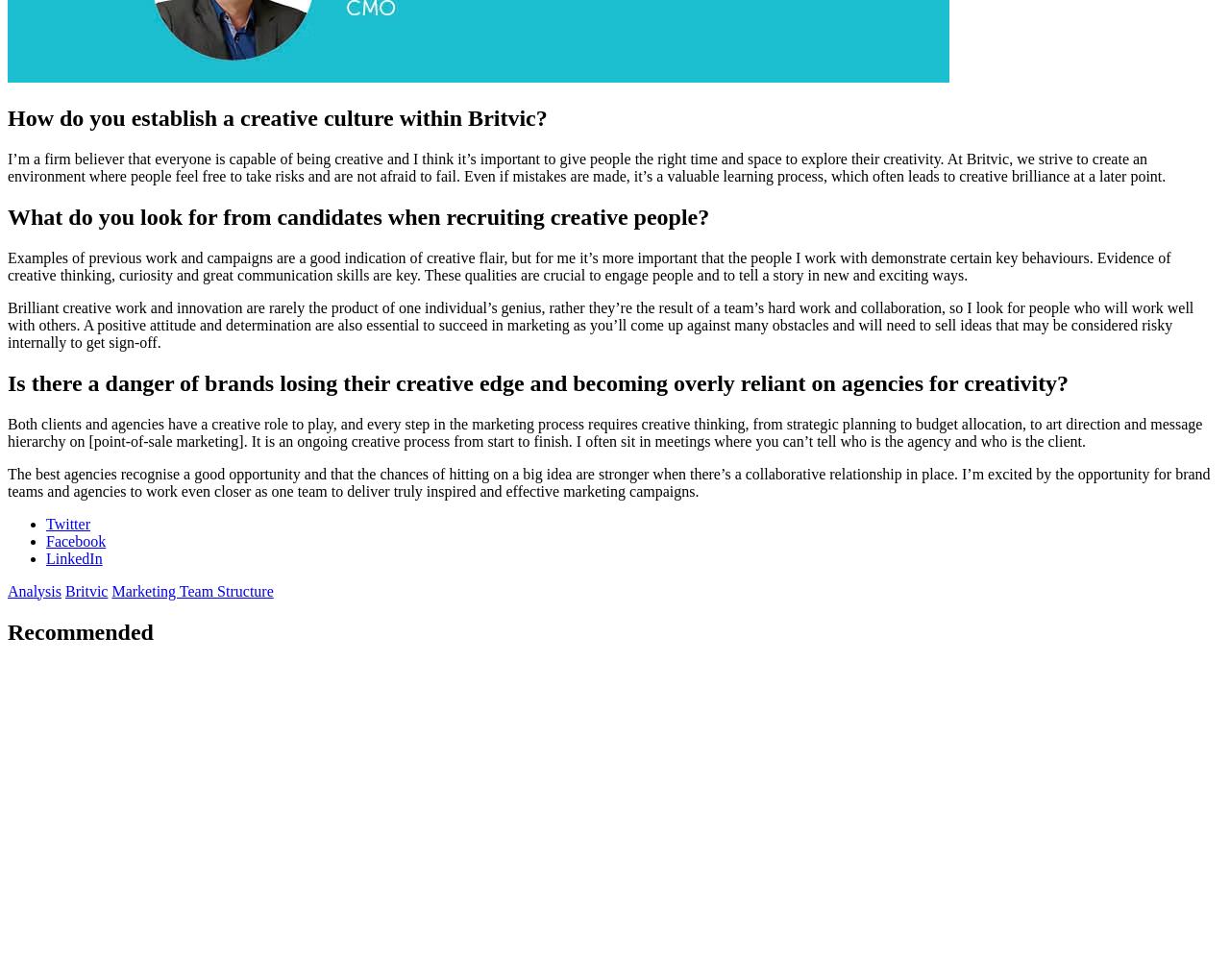 Image resolution: width=1230 pixels, height=980 pixels. I want to click on 'Marketing Team Structure', so click(191, 589).